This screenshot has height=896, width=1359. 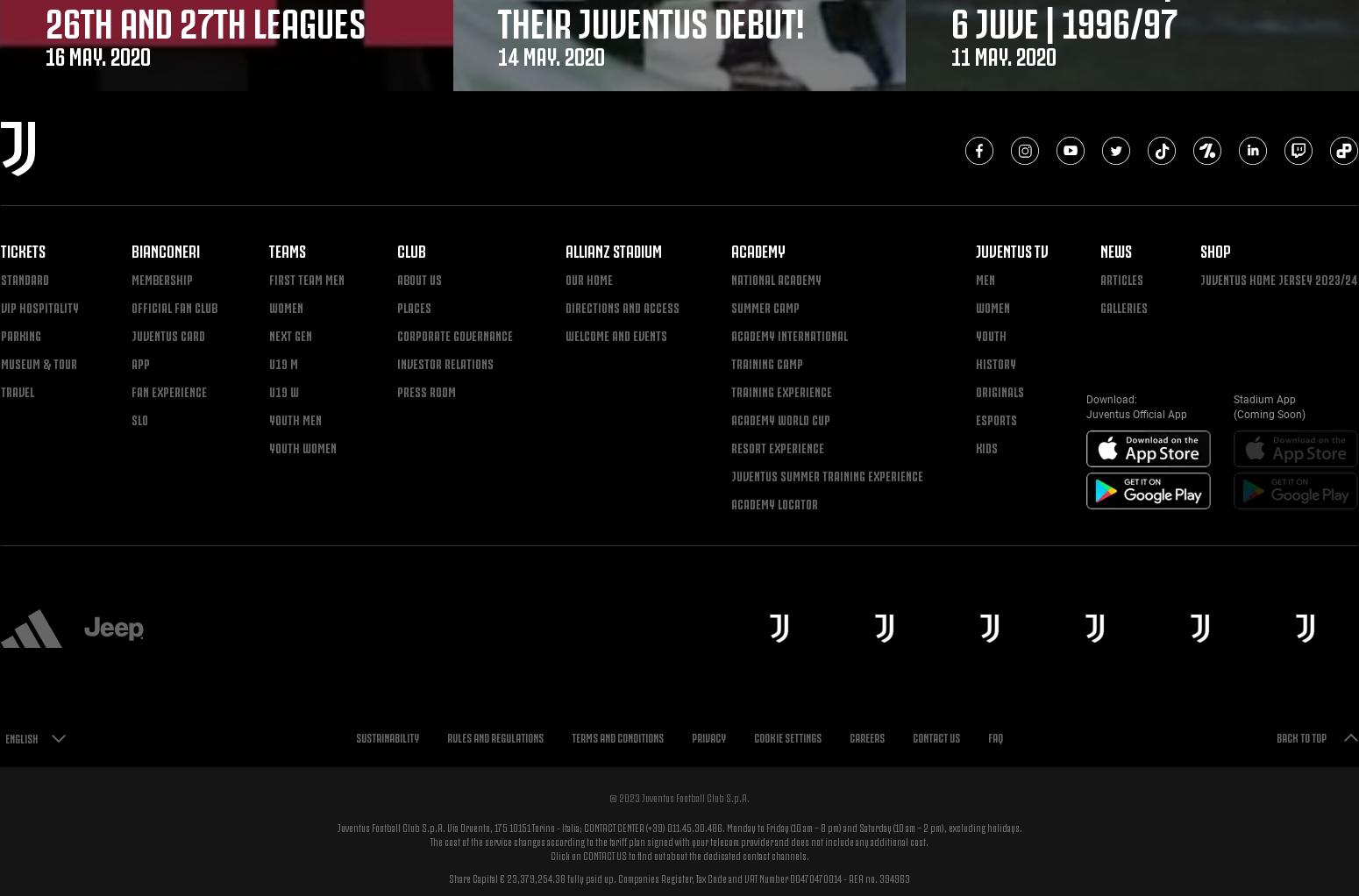 What do you see at coordinates (495, 736) in the screenshot?
I see `'Rules and Regulations'` at bounding box center [495, 736].